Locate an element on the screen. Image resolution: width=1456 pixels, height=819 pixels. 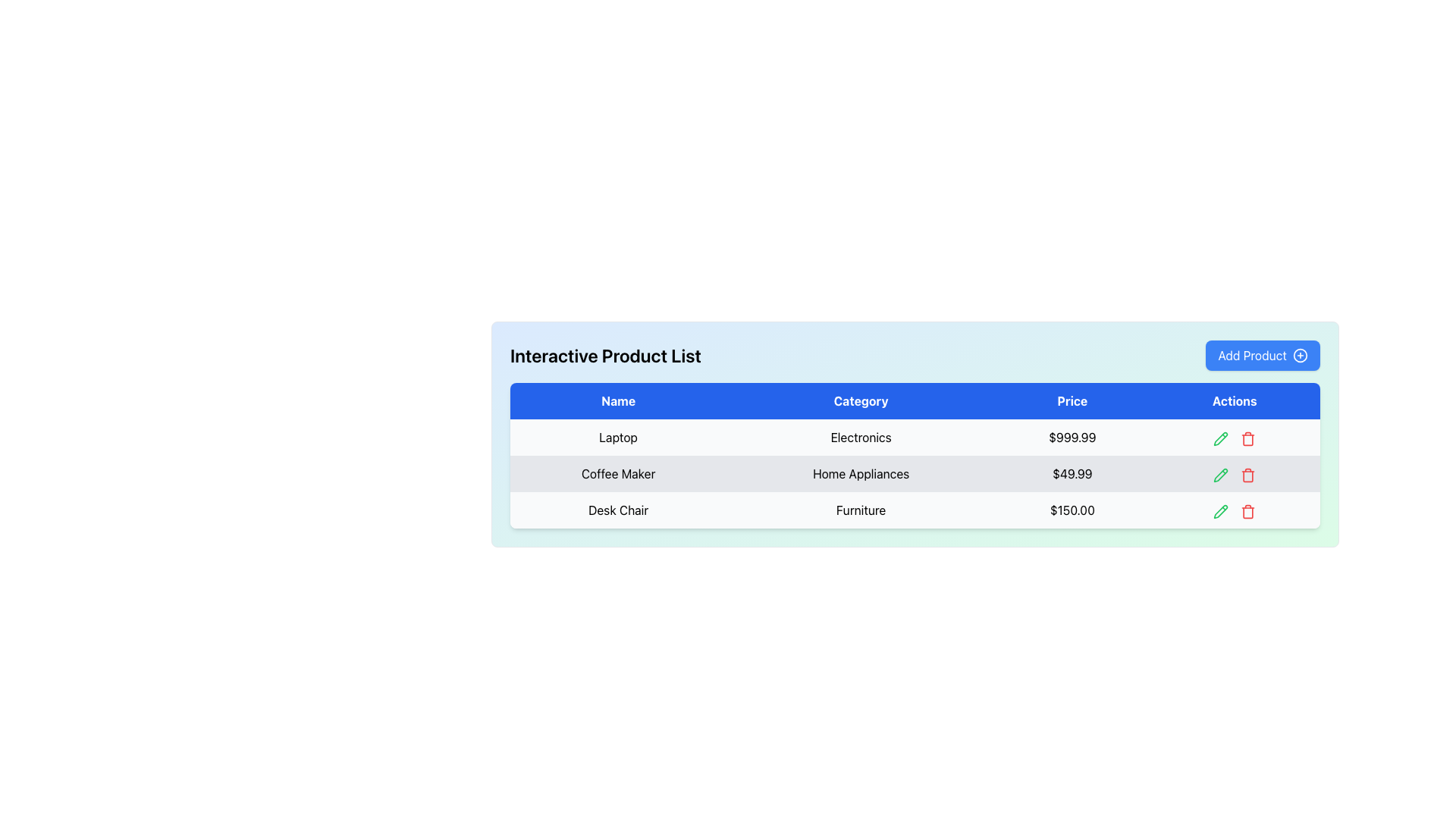
the green edit icon in the 'Actions' column of the table row corresponding to the 'Coffee Maker' entry to initiate an edit operation is located at coordinates (1234, 472).